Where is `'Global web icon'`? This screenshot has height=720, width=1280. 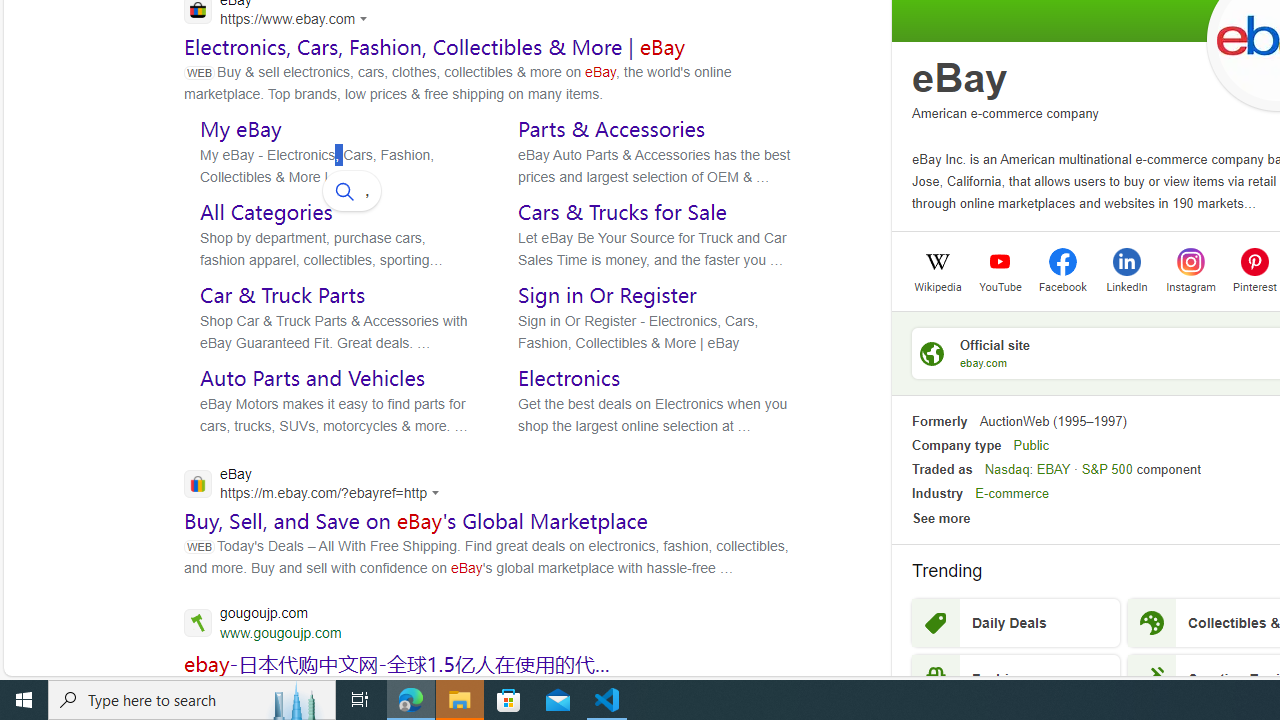 'Global web icon' is located at coordinates (197, 483).